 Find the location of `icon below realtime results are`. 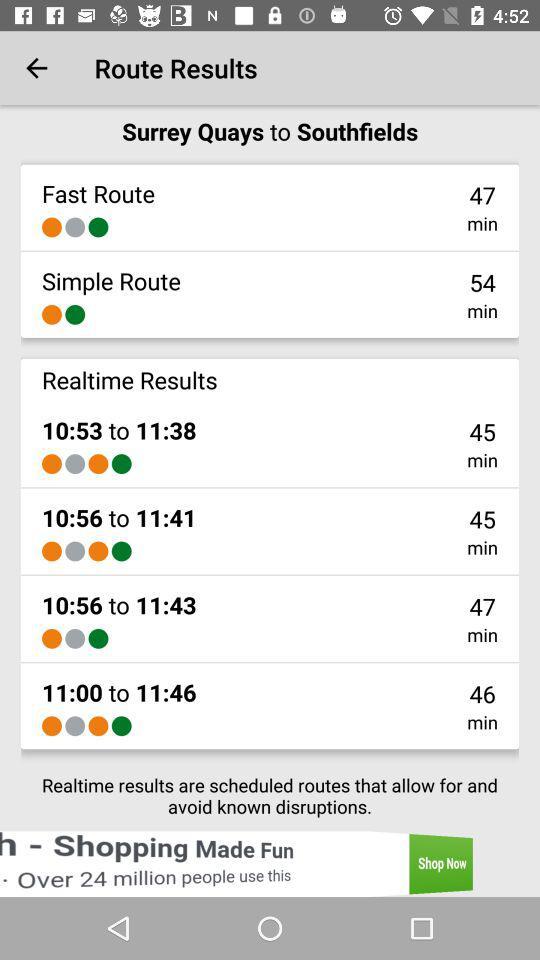

icon below realtime results are is located at coordinates (270, 863).